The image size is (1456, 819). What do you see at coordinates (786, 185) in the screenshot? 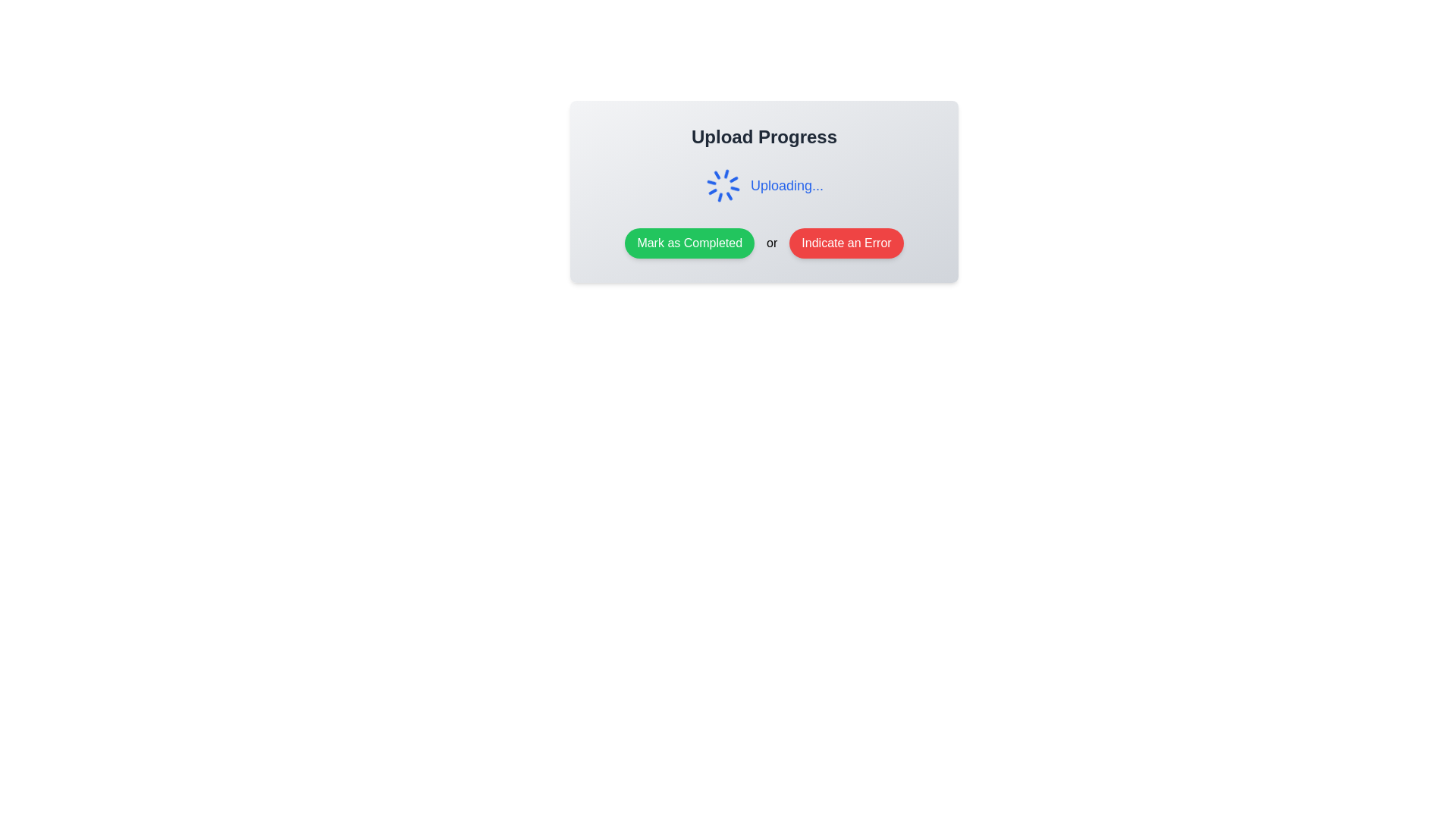
I see `the status indicator text label that shows the upload process is in progress, located in the 'Upload Progress' modal, to the right of the spinning loader icon` at bounding box center [786, 185].